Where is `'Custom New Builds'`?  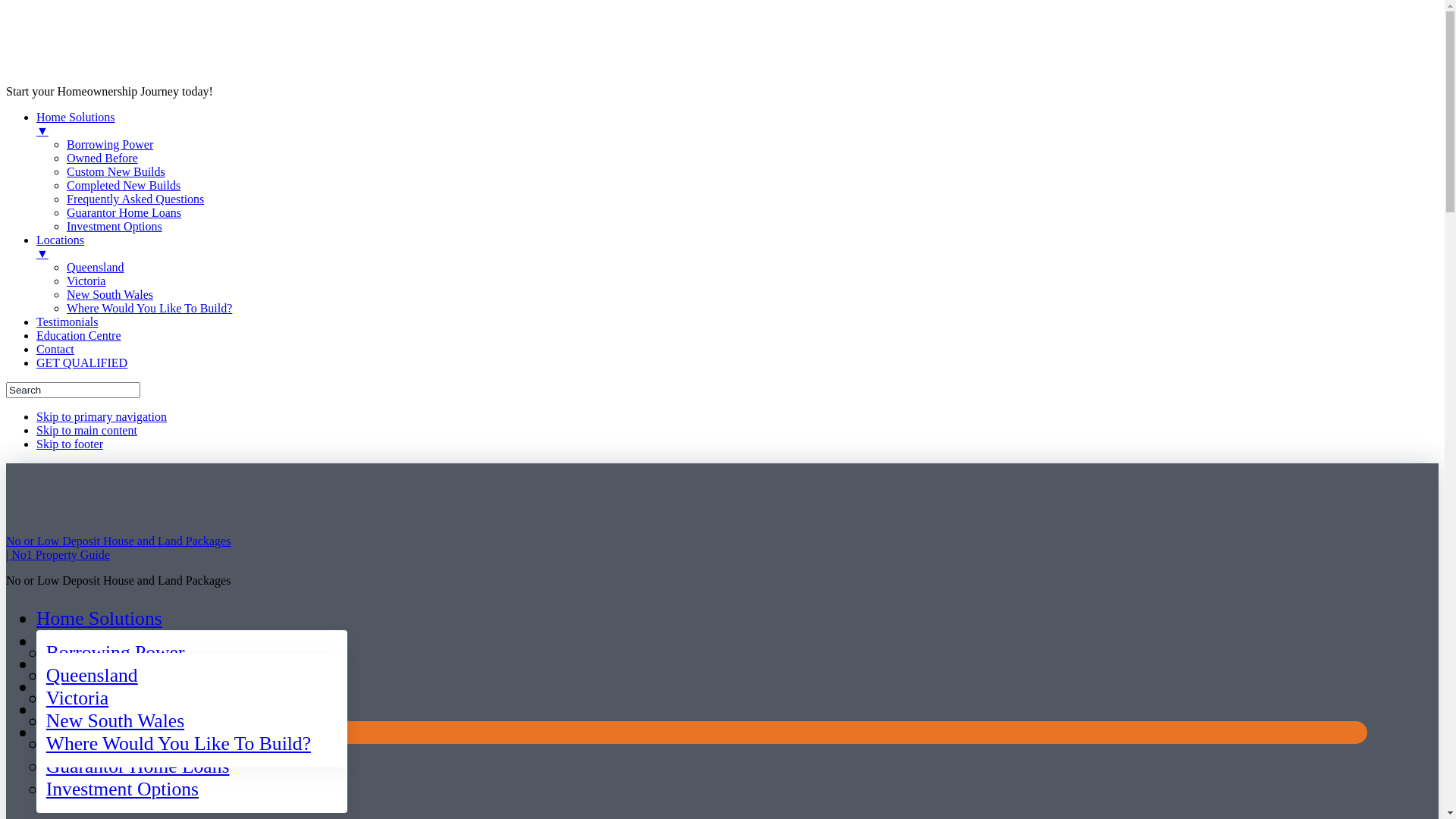 'Custom New Builds' is located at coordinates (115, 171).